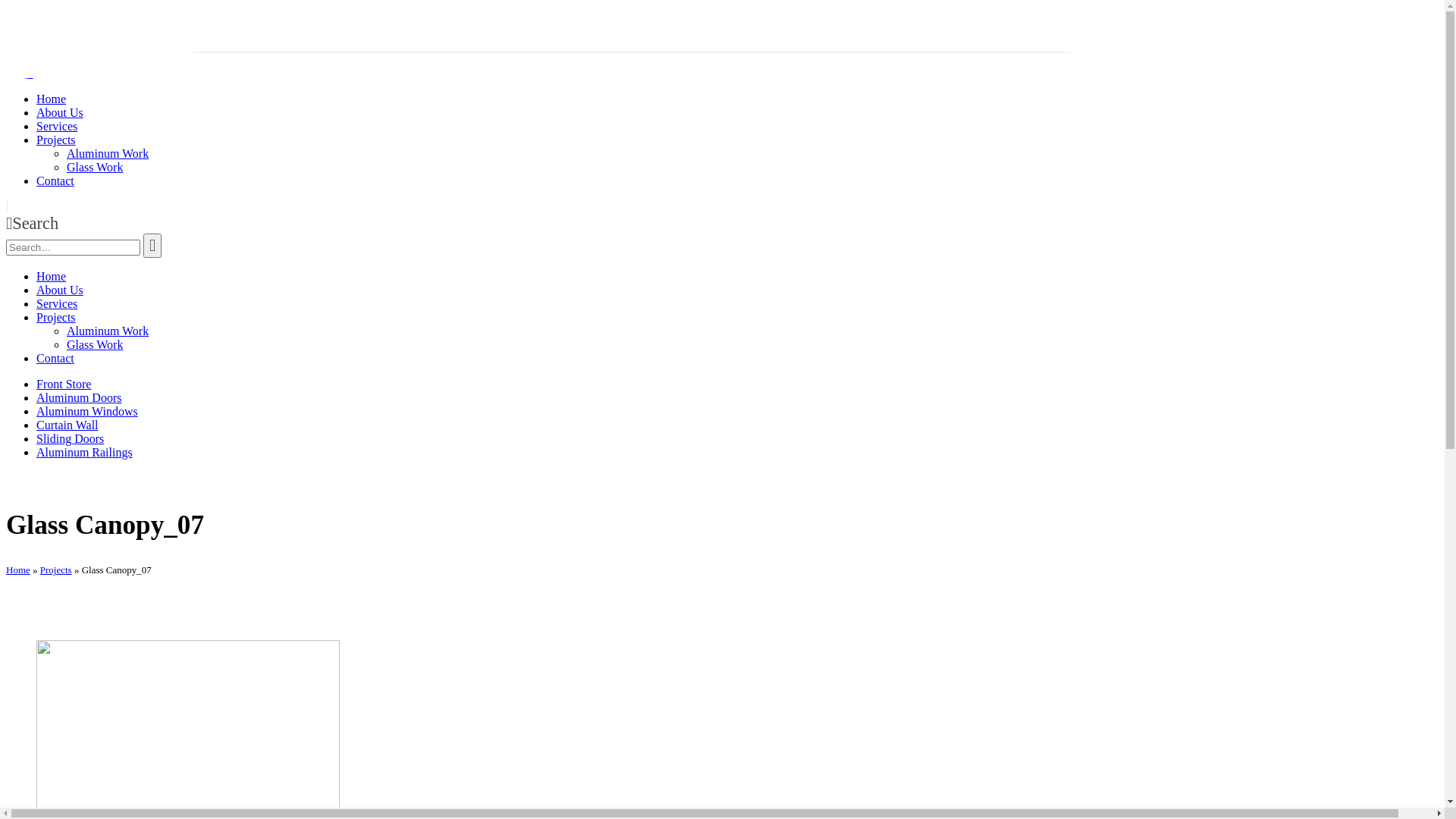  I want to click on 'Curtain Wall', so click(67, 425).